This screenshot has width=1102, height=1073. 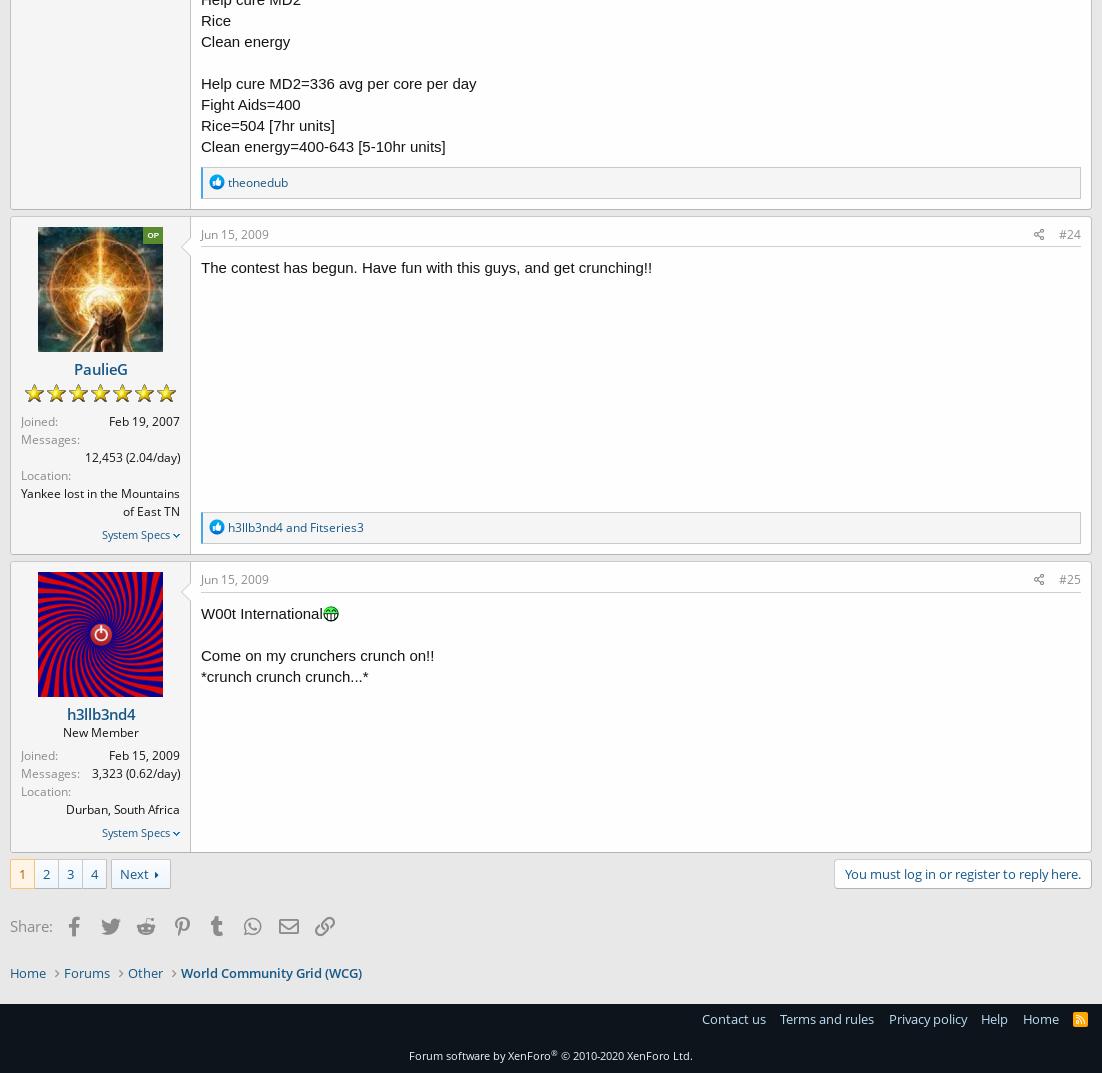 I want to click on 'Feb 15, 2009', so click(x=143, y=754).